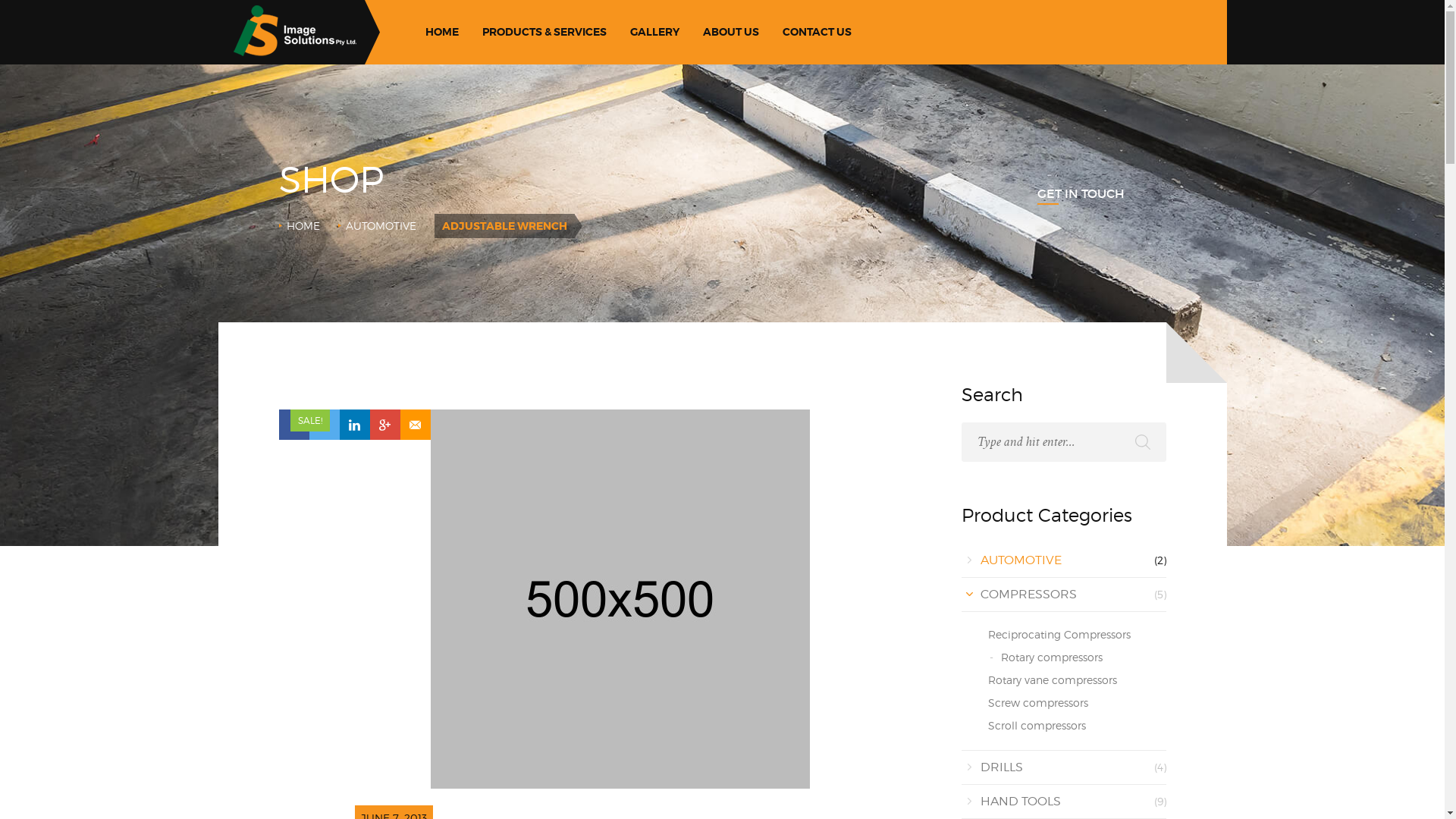 This screenshot has height=819, width=1456. What do you see at coordinates (1058, 634) in the screenshot?
I see `'Reciprocating Compressors'` at bounding box center [1058, 634].